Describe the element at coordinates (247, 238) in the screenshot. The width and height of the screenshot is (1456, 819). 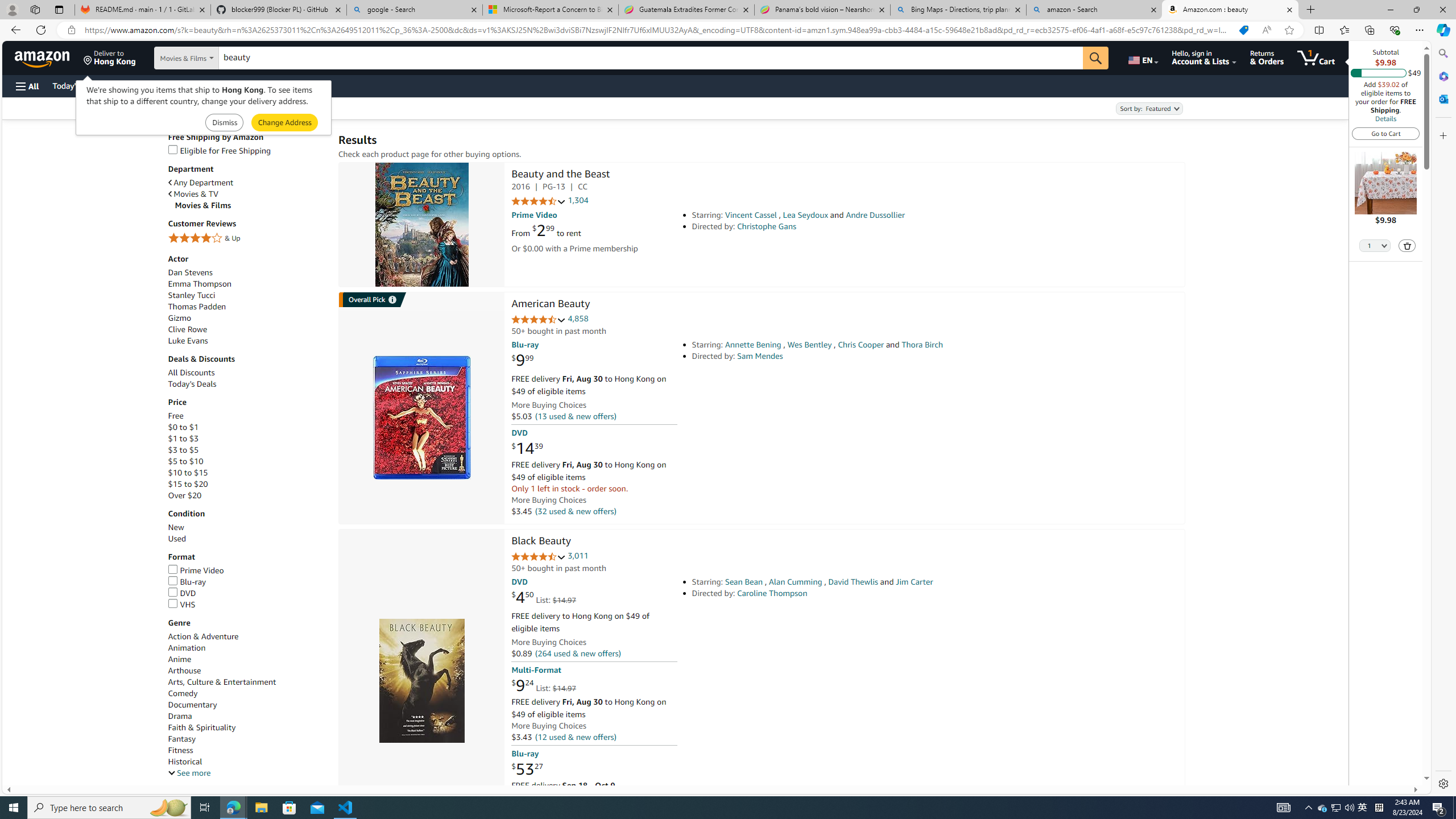
I see `'4 Stars & Up'` at that location.